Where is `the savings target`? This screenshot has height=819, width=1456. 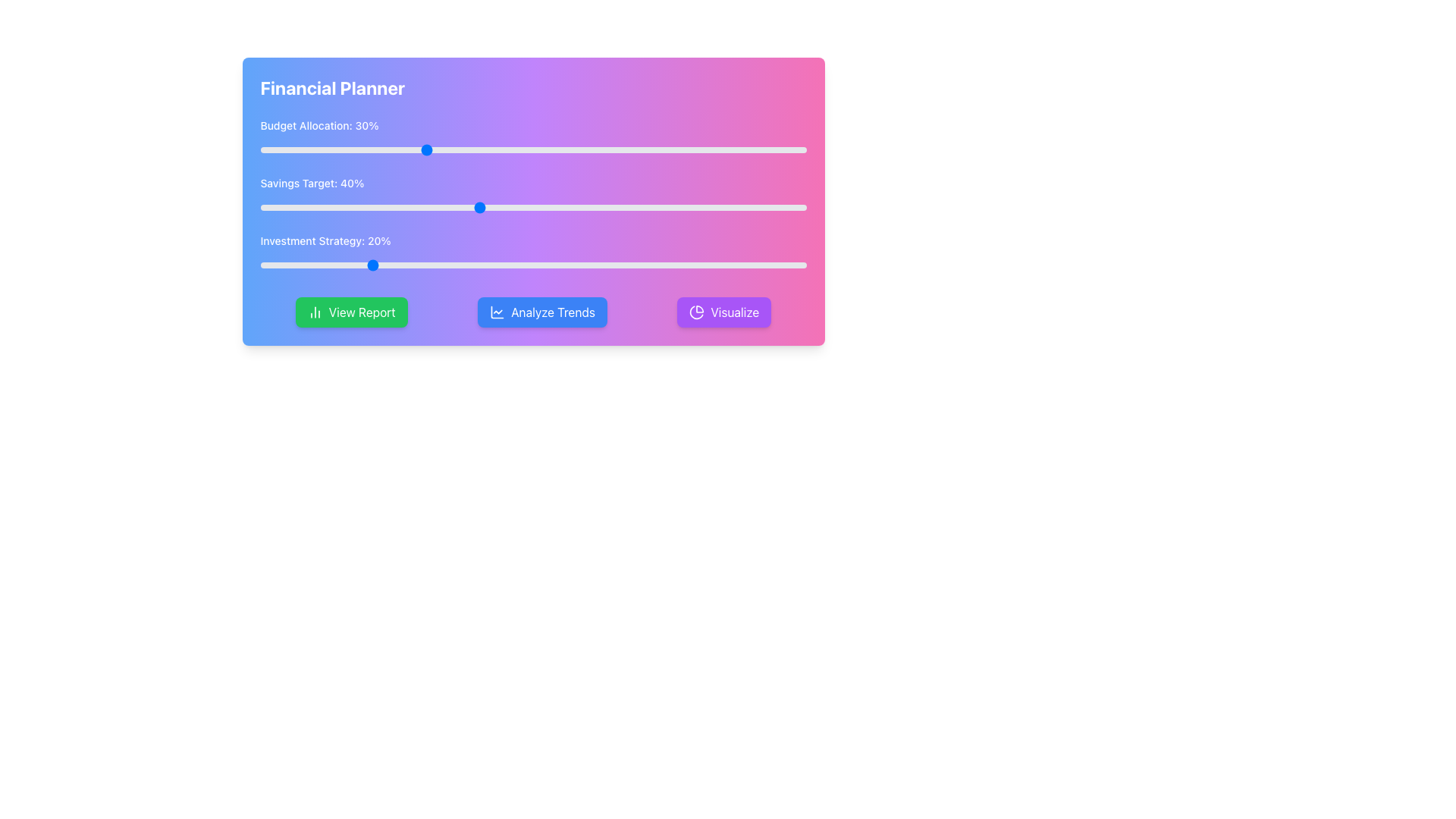 the savings target is located at coordinates (604, 207).